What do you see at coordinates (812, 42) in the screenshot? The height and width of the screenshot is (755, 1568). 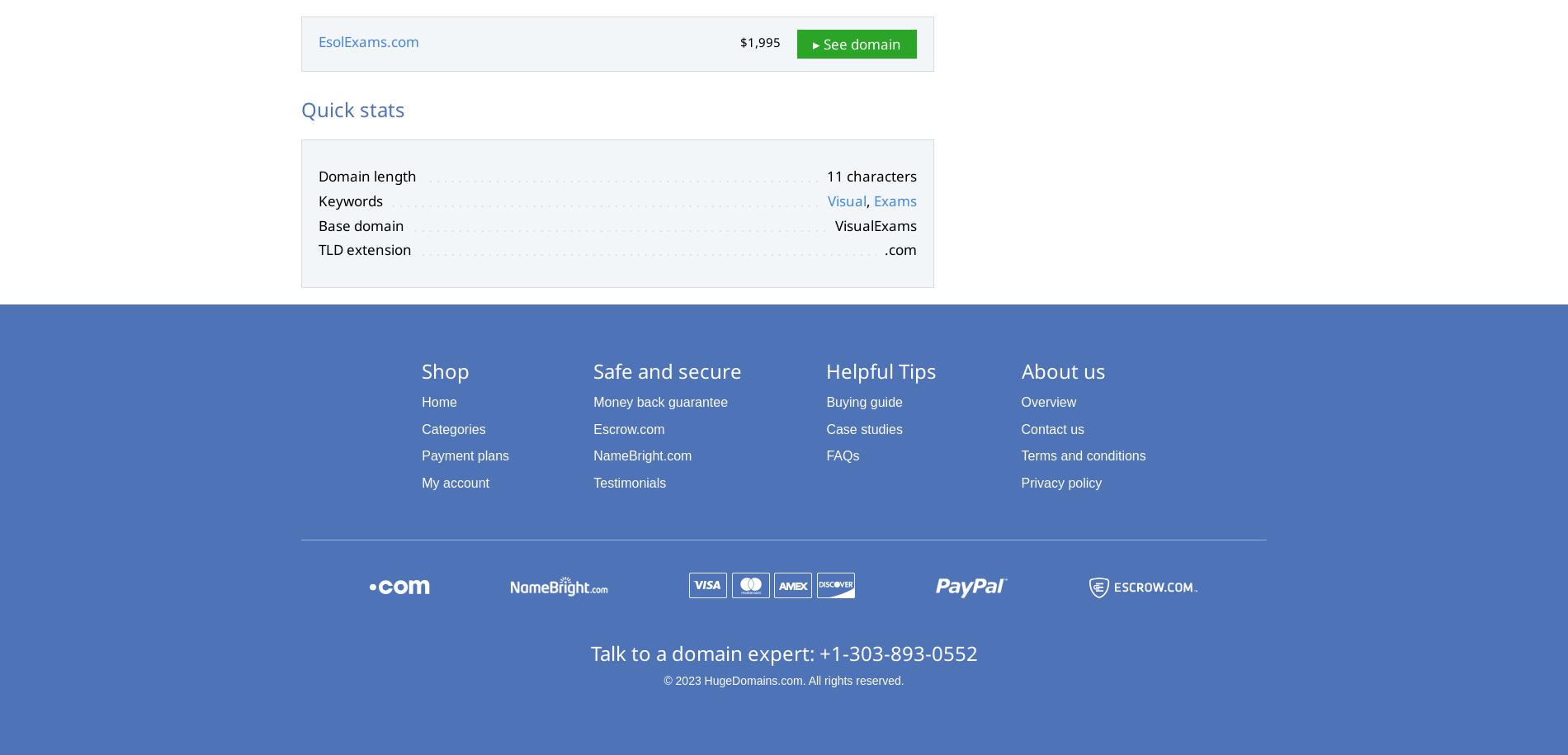 I see `'▸ See domain'` at bounding box center [812, 42].